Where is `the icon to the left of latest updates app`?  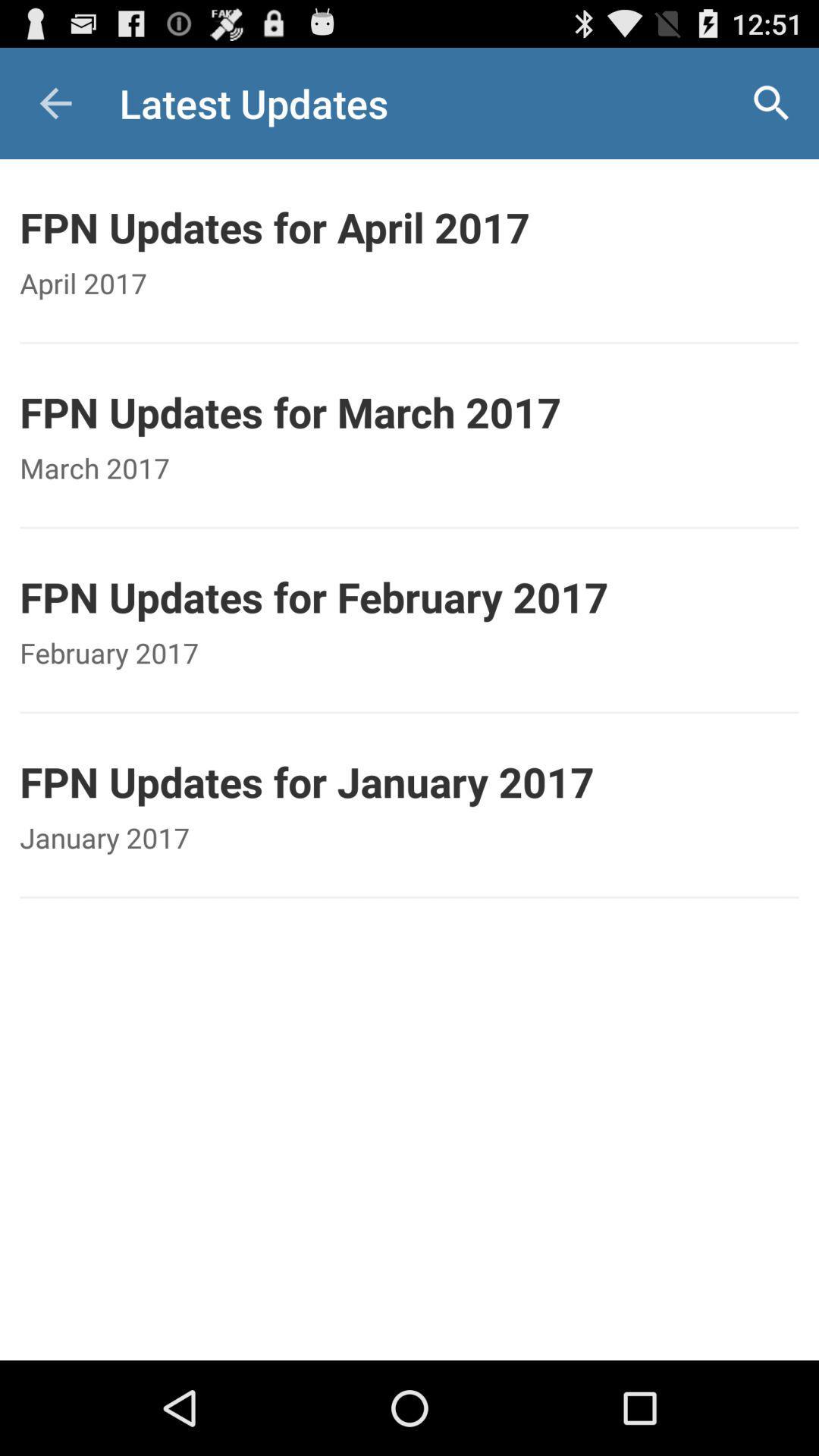
the icon to the left of latest updates app is located at coordinates (55, 102).